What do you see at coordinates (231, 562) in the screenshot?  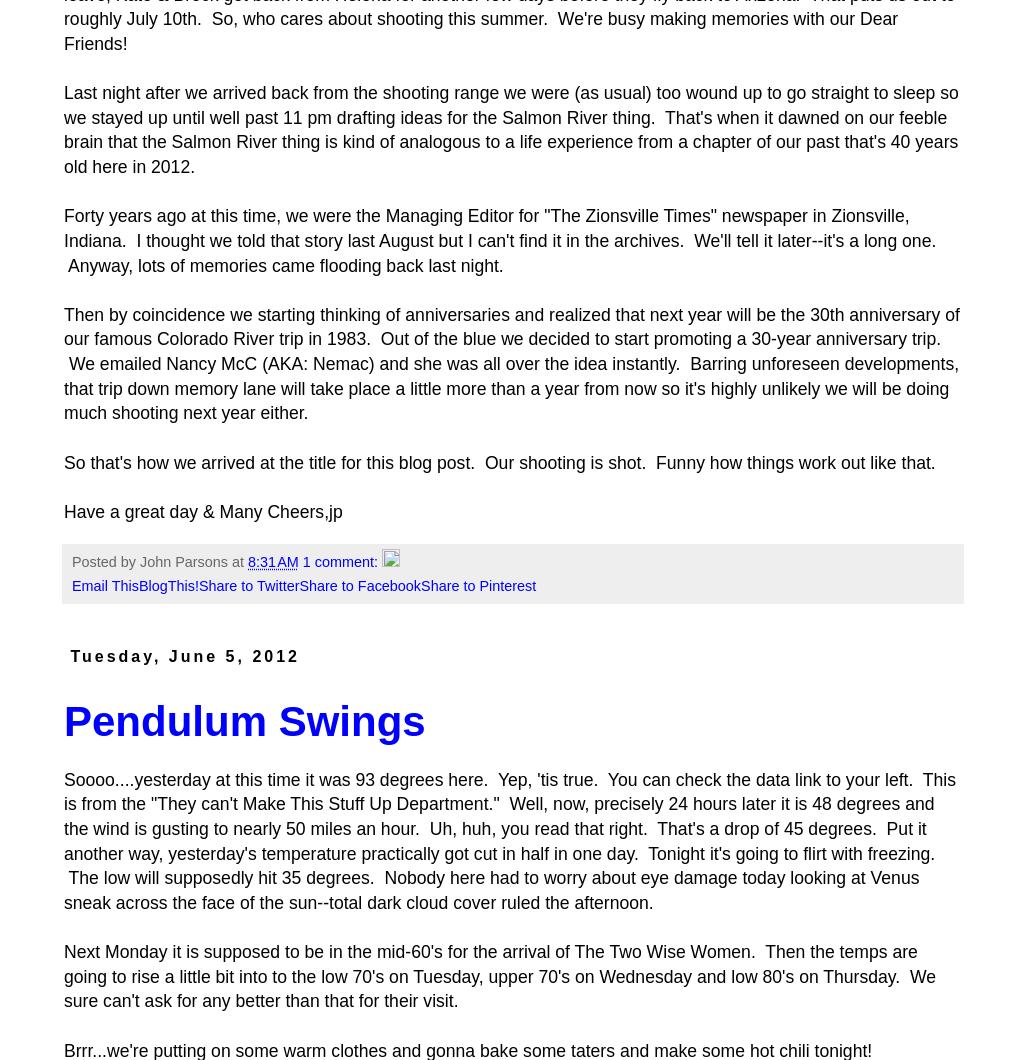 I see `'at'` at bounding box center [231, 562].